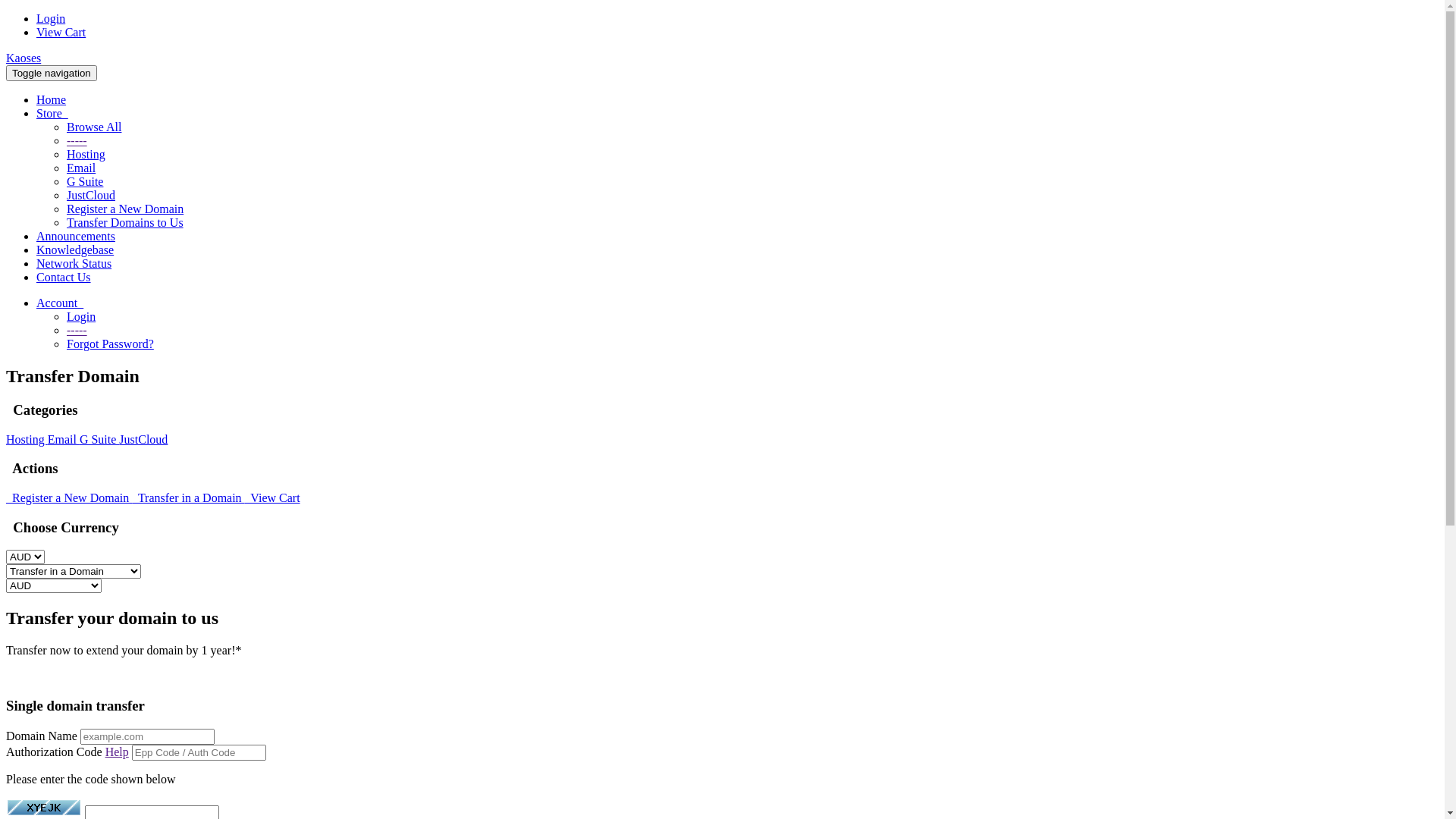  Describe the element at coordinates (109, 344) in the screenshot. I see `'Forgot Password?'` at that location.